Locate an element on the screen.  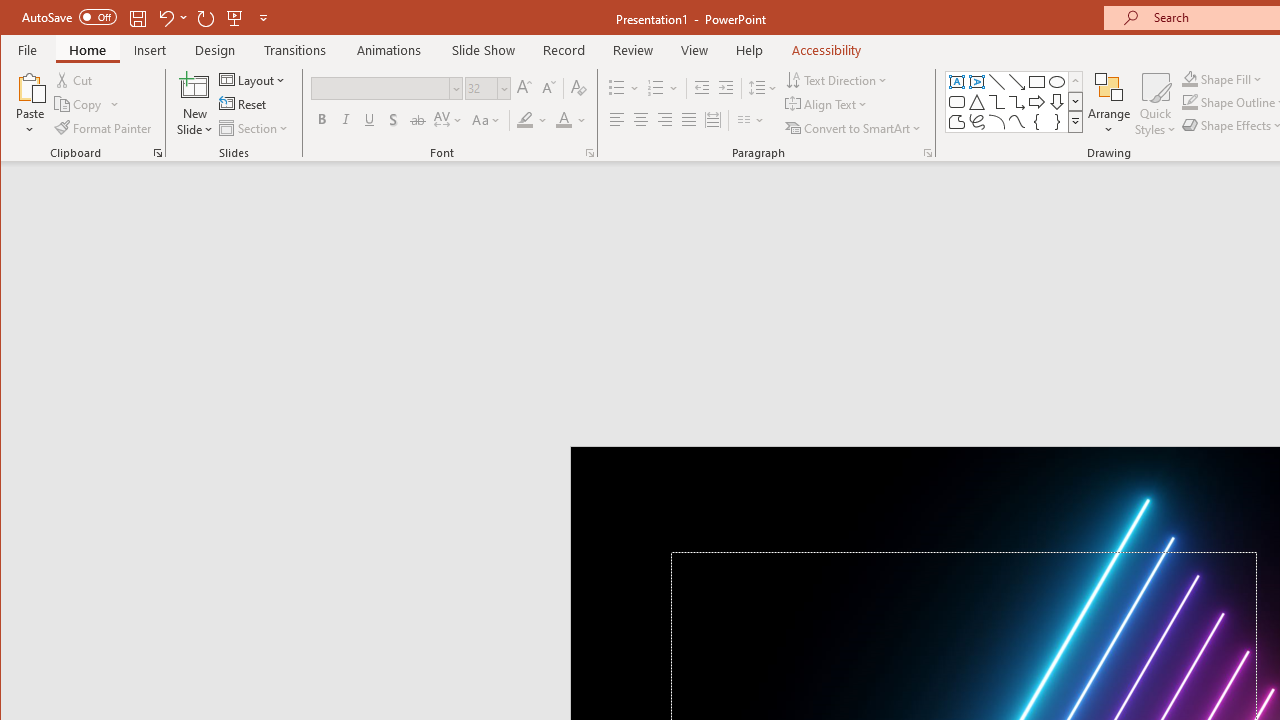
'Line Arrow' is located at coordinates (1016, 81).